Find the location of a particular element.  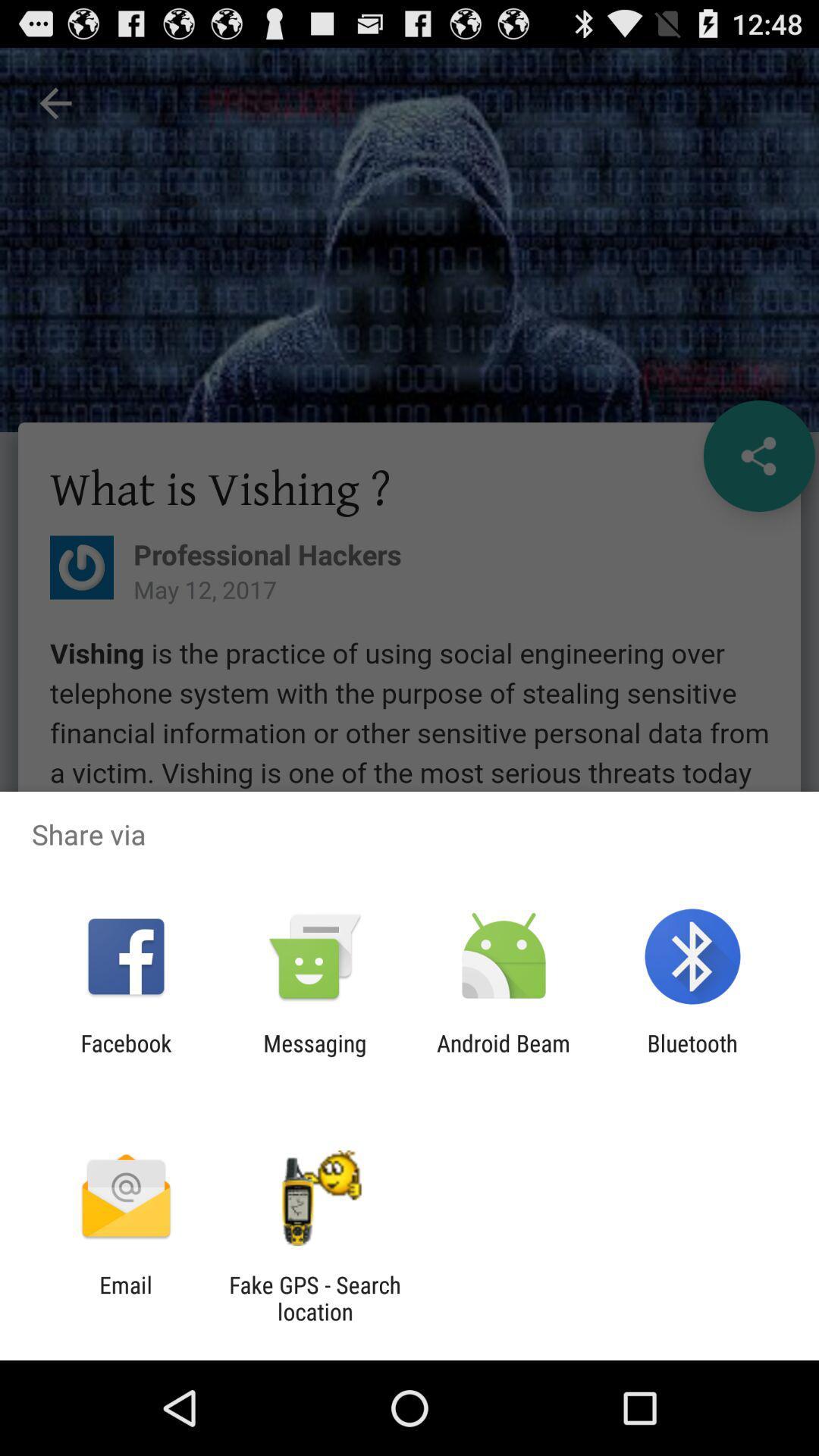

item to the left of android beam item is located at coordinates (314, 1056).